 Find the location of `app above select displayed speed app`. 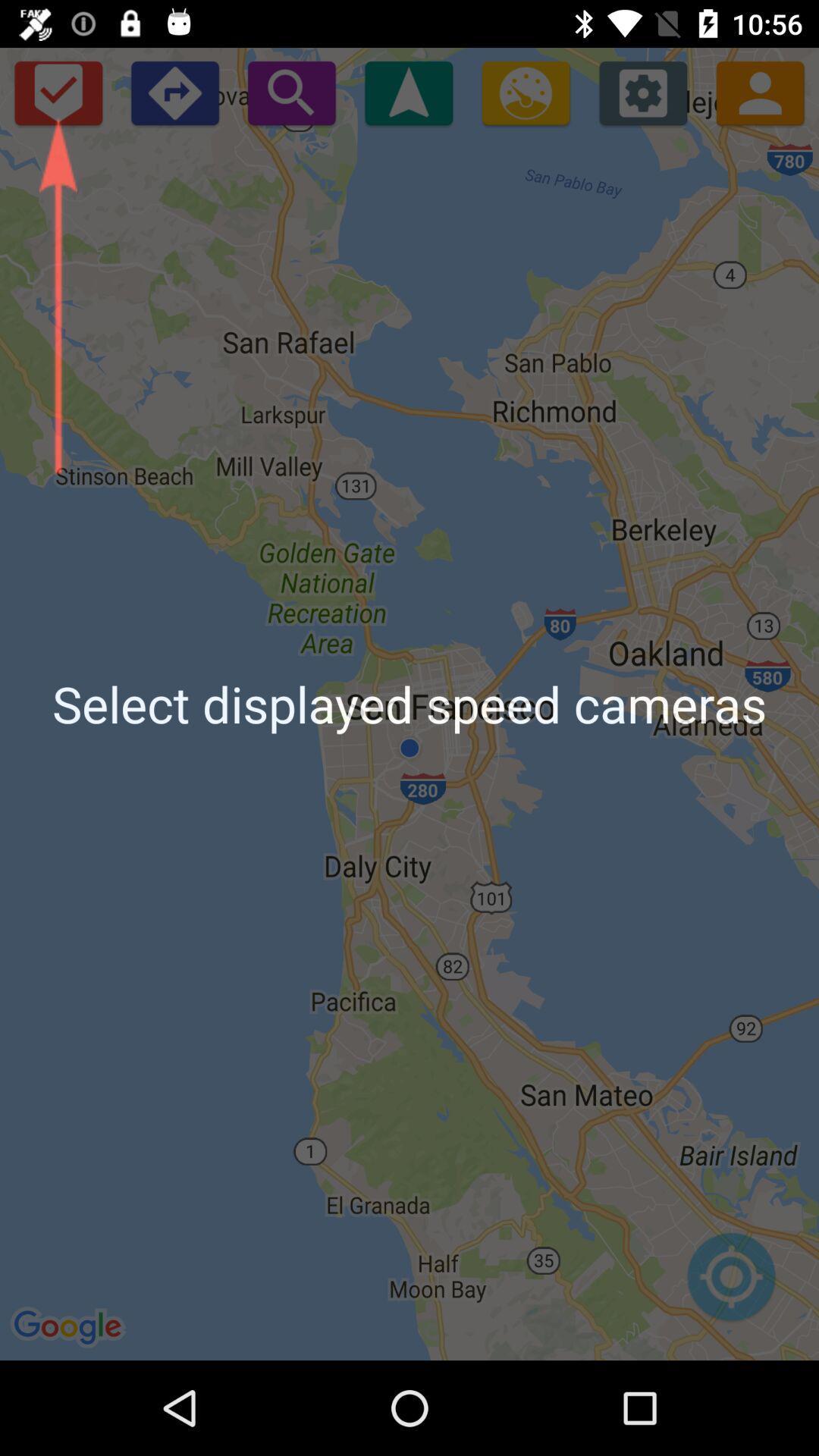

app above select displayed speed app is located at coordinates (525, 92).